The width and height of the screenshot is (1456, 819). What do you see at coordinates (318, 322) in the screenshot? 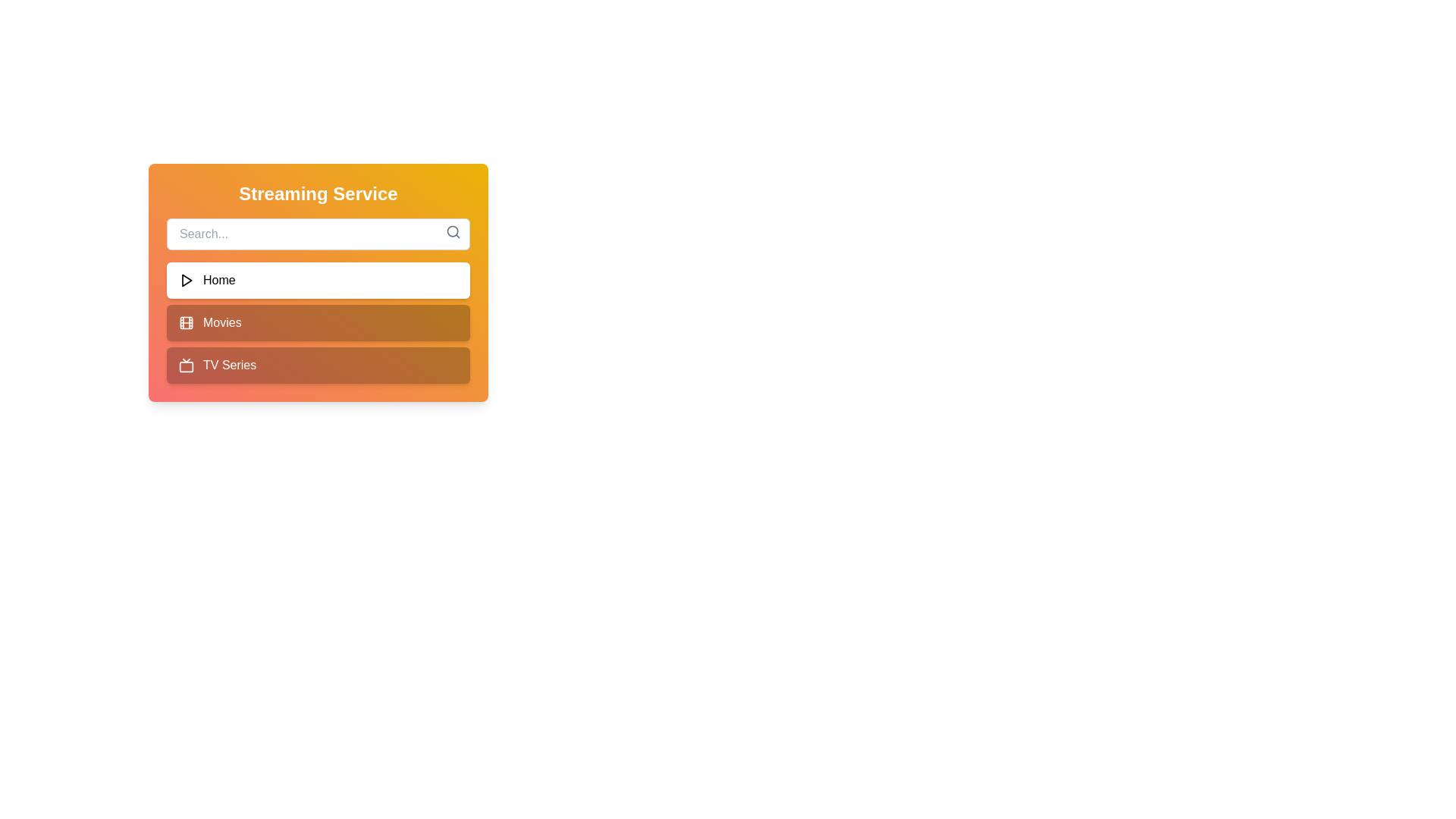
I see `the 'Movies' button, which is a rectangular button with rounded edges, located below the 'Home' button and above the 'TV Series' button` at bounding box center [318, 322].